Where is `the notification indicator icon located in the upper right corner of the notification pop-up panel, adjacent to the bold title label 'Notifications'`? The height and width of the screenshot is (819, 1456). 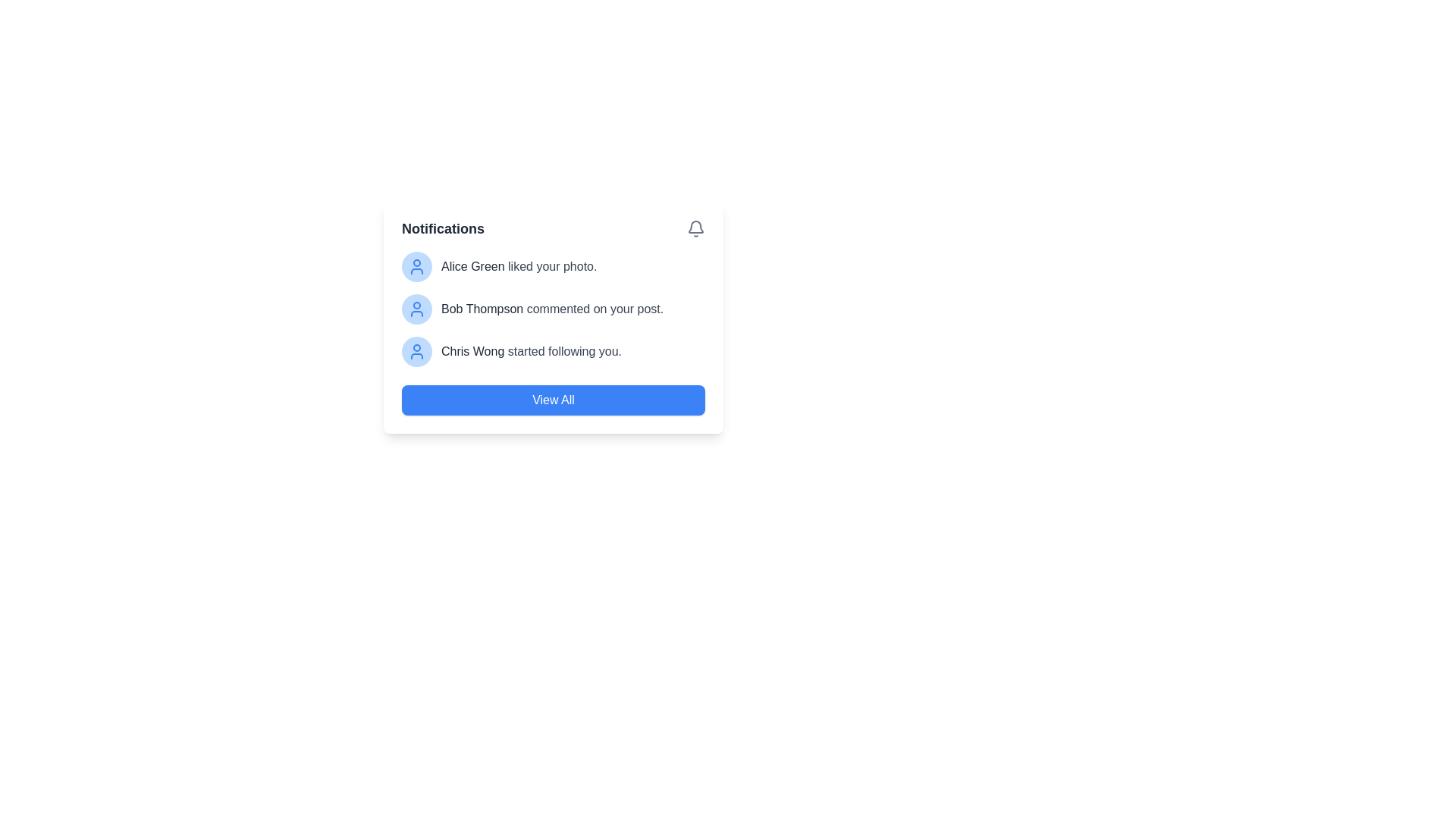 the notification indicator icon located in the upper right corner of the notification pop-up panel, adjacent to the bold title label 'Notifications' is located at coordinates (695, 228).